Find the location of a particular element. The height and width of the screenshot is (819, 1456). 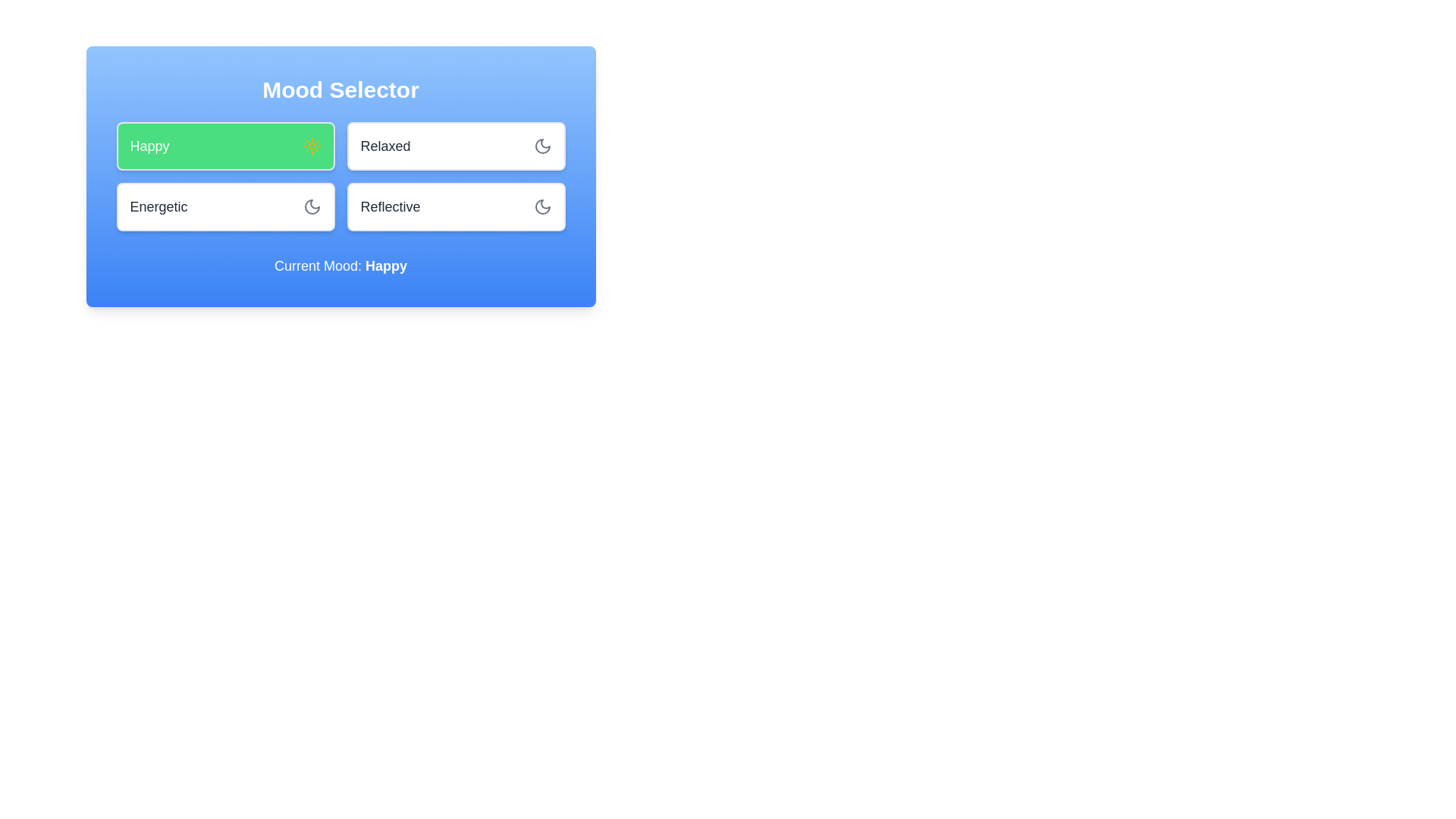

the mood Reflective by clicking on its corresponding button is located at coordinates (455, 207).